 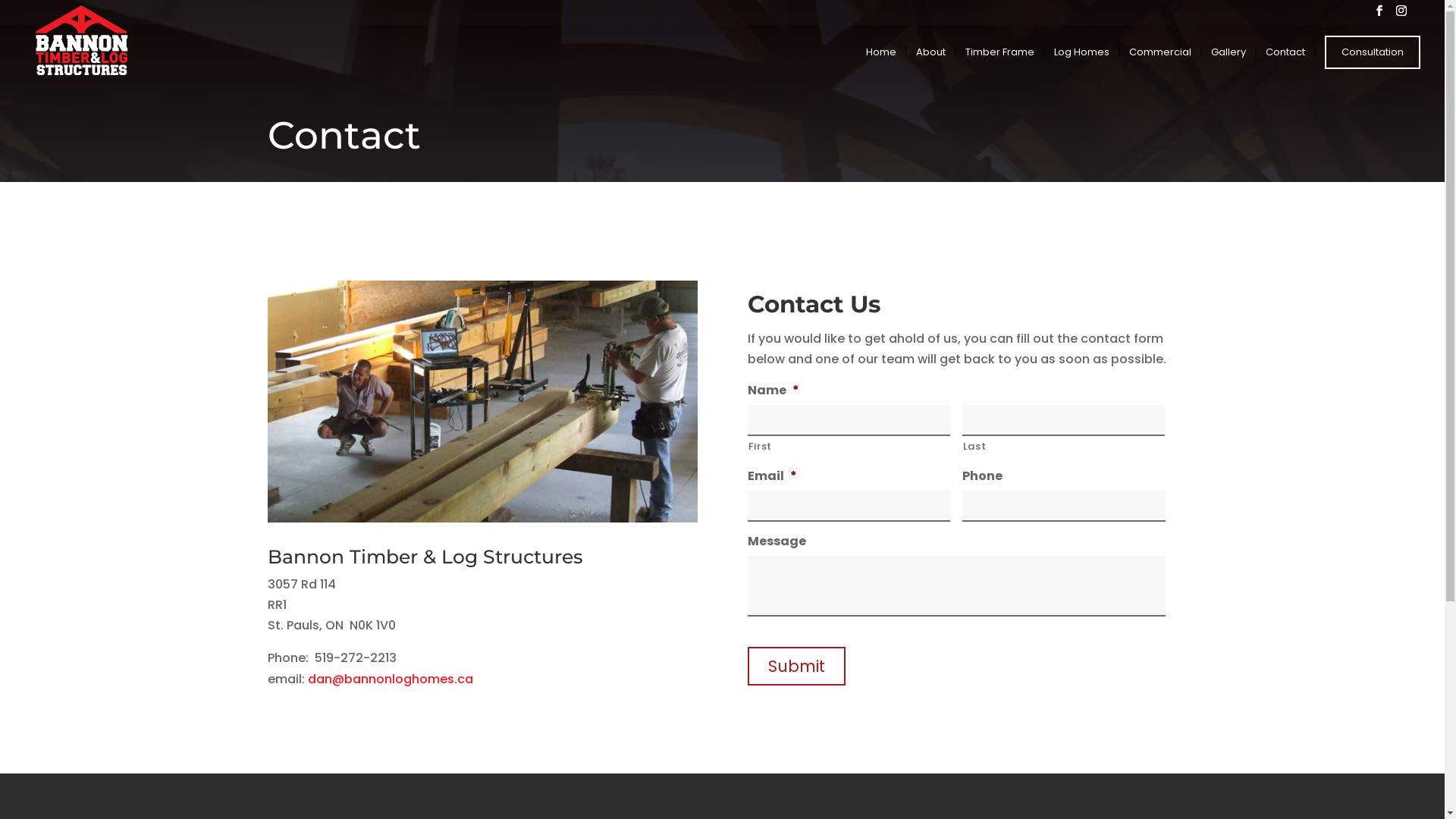 I want to click on 'Commercial', so click(x=1159, y=62).